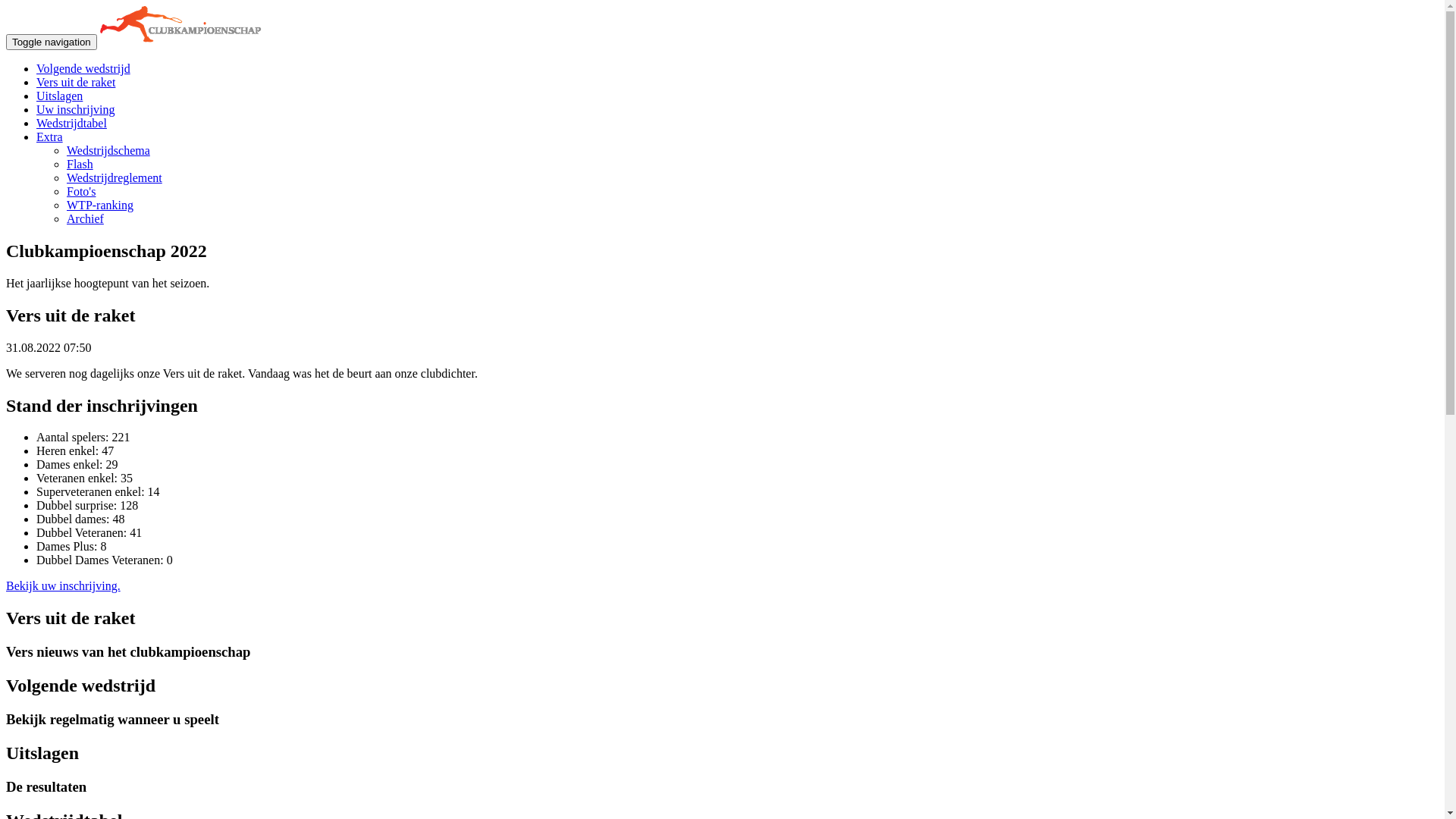  I want to click on 'Bekijk uw inschrijving.', so click(6, 585).